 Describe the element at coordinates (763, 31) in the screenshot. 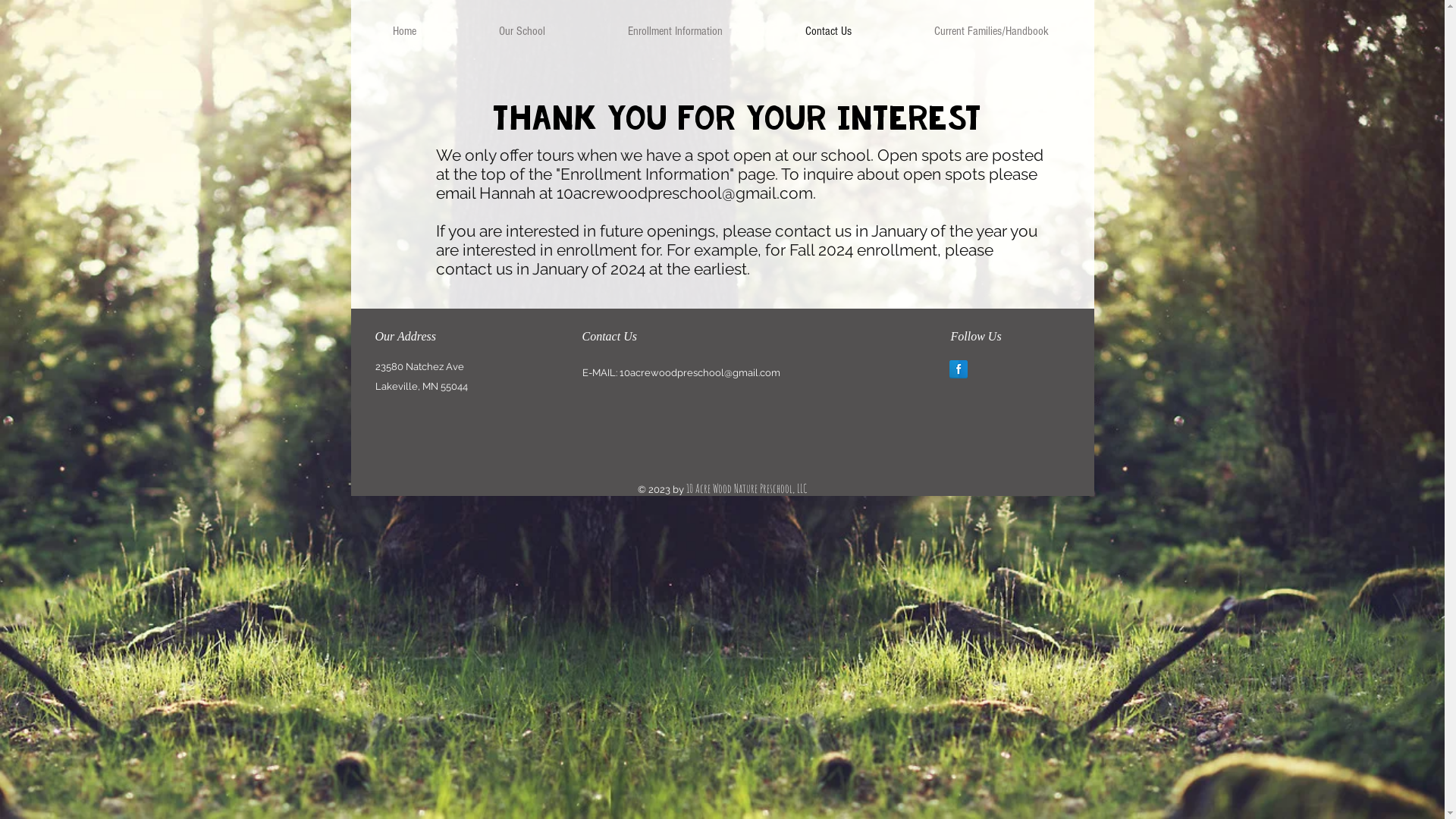

I see `'Contact Us'` at that location.